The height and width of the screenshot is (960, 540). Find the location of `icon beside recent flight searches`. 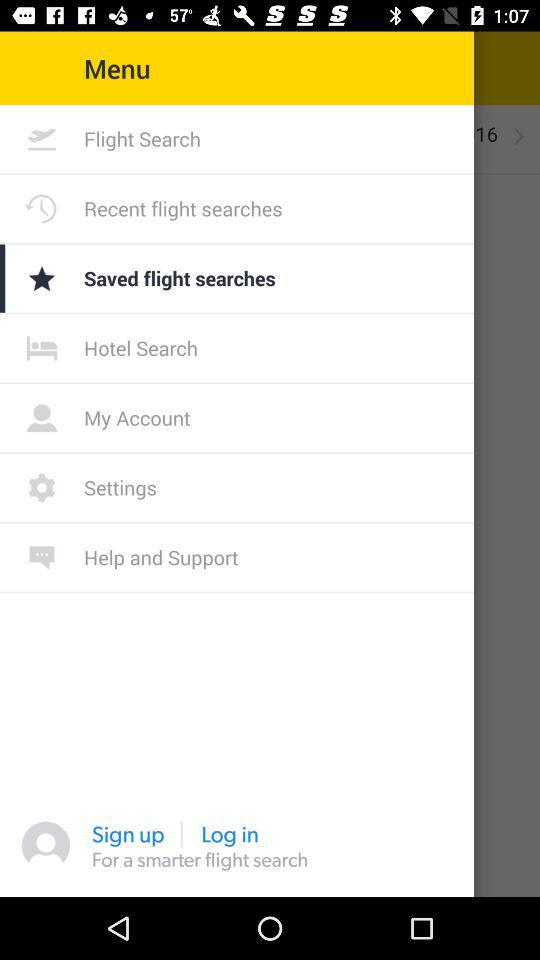

icon beside recent flight searches is located at coordinates (42, 208).